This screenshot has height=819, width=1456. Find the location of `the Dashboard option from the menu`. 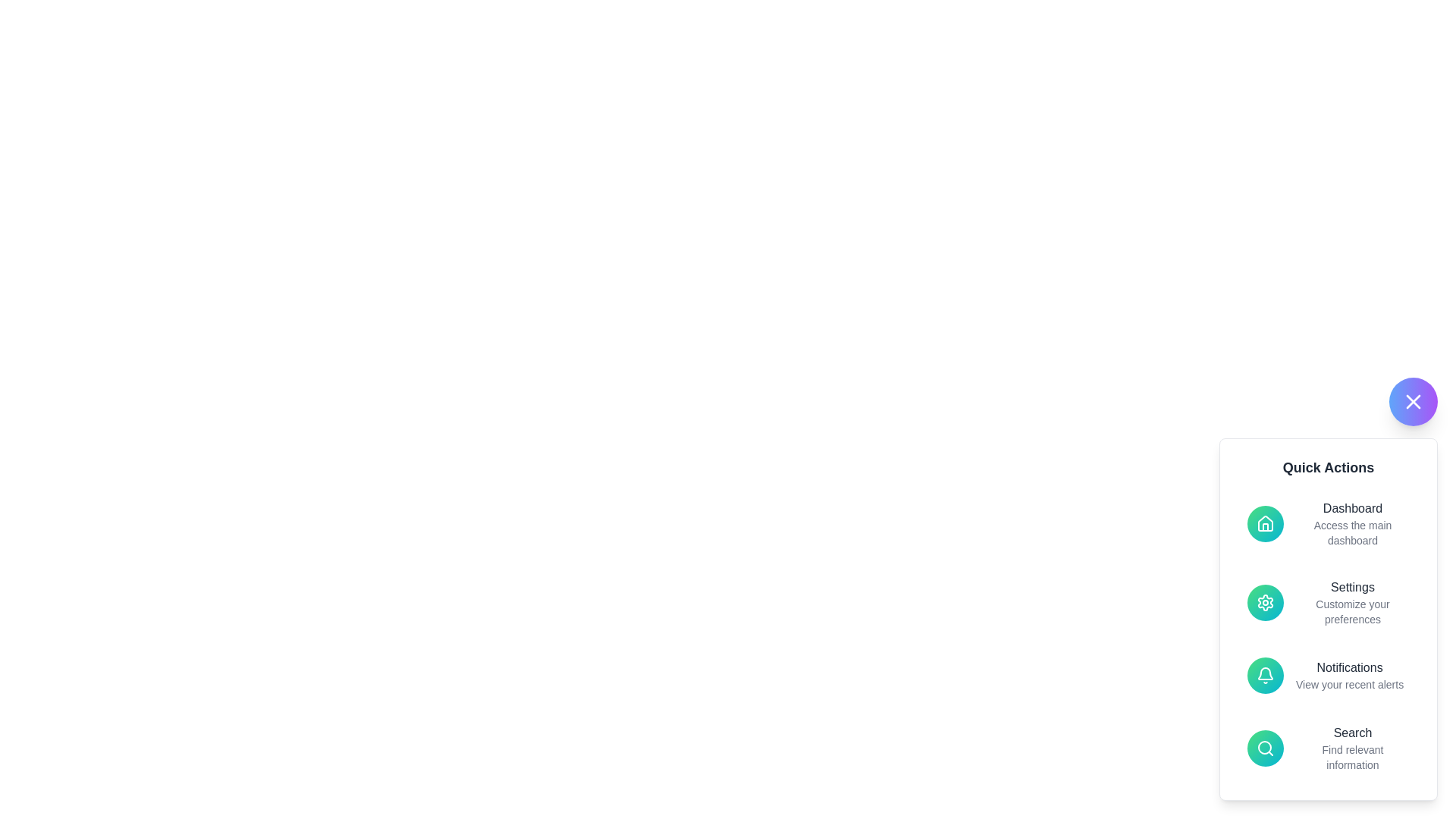

the Dashboard option from the menu is located at coordinates (1328, 522).